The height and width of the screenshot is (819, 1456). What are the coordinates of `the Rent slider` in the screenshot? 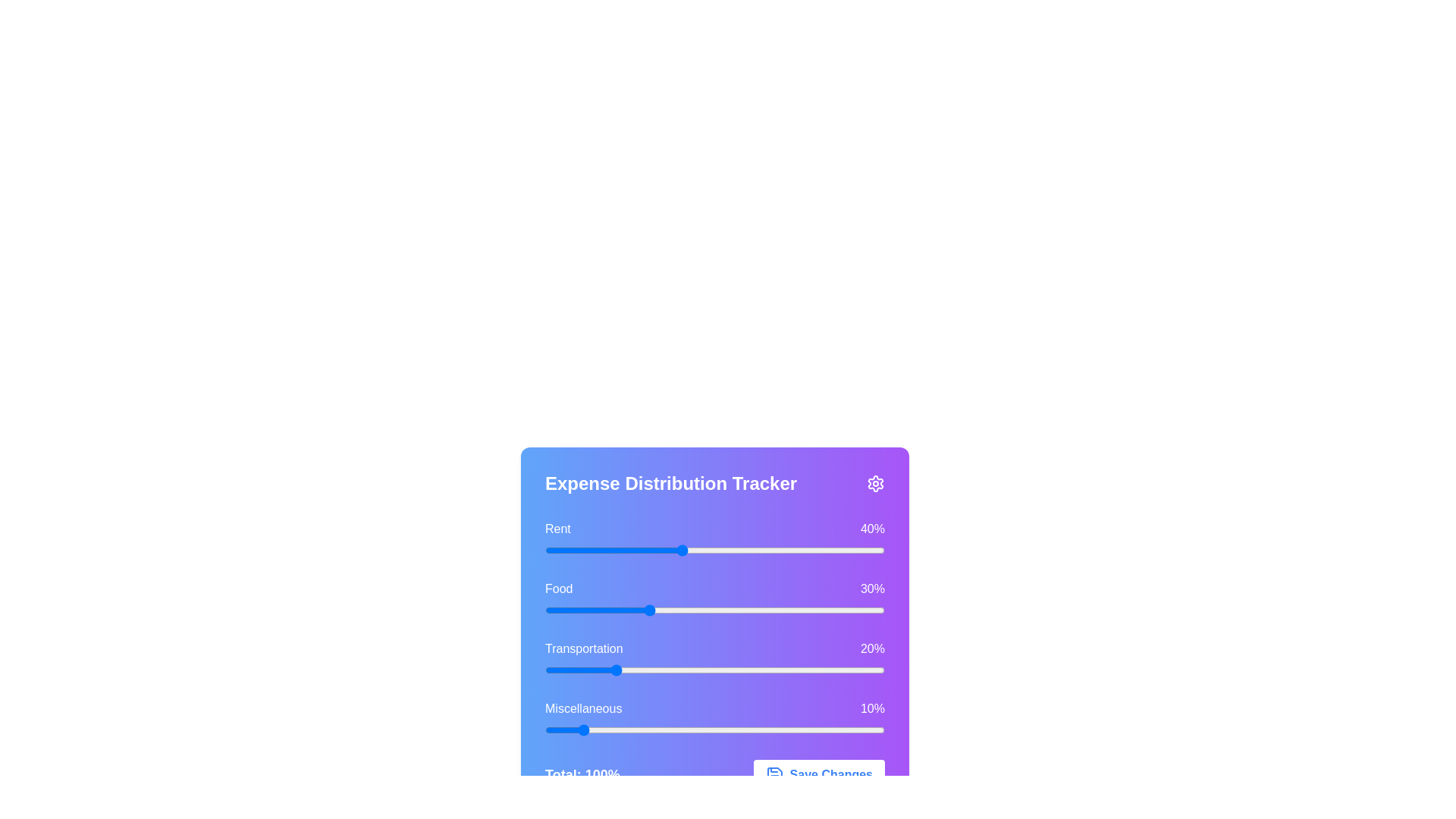 It's located at (610, 550).